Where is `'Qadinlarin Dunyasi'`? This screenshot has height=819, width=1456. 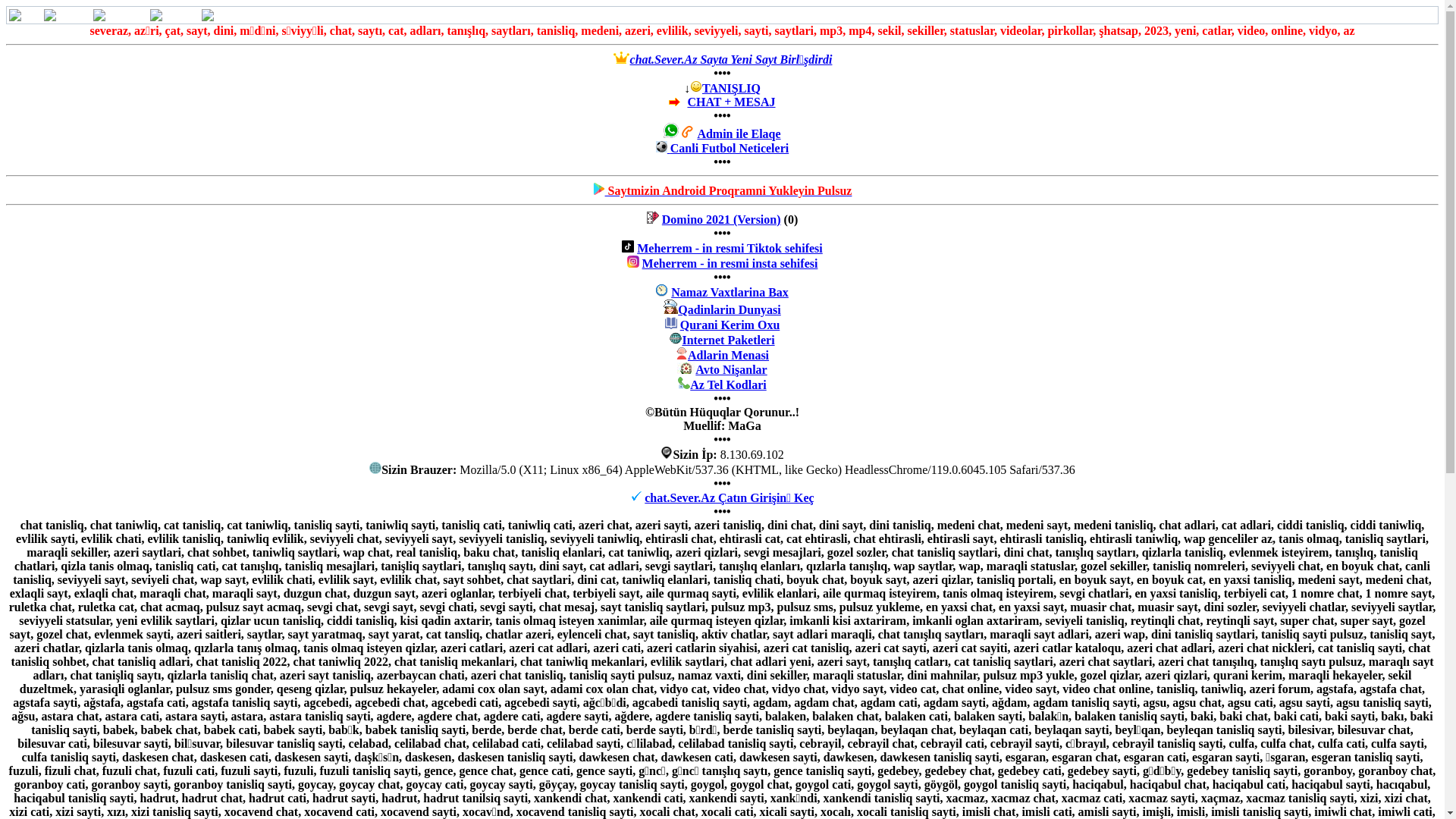
'Qadinlarin Dunyasi' is located at coordinates (729, 309).